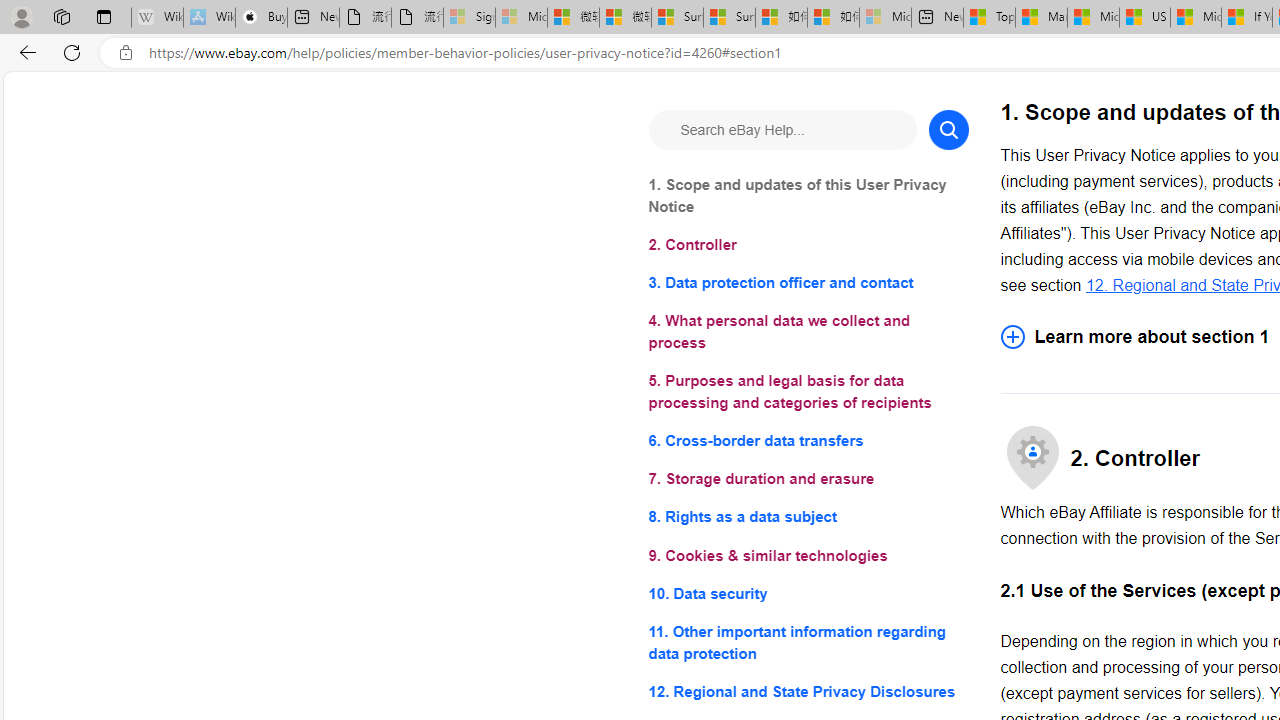 The image size is (1280, 720). I want to click on '3. Data protection officer and contact', so click(808, 283).